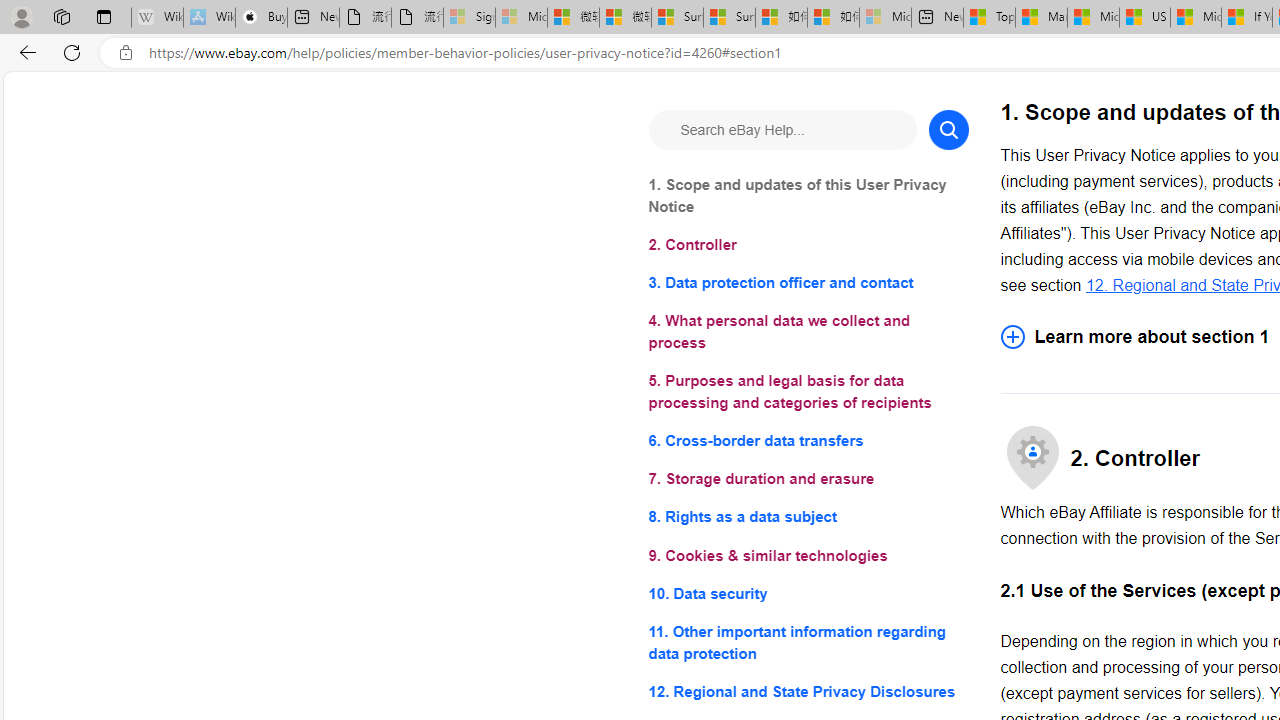 The image size is (1280, 720). I want to click on '3. Data protection officer and contact', so click(808, 283).